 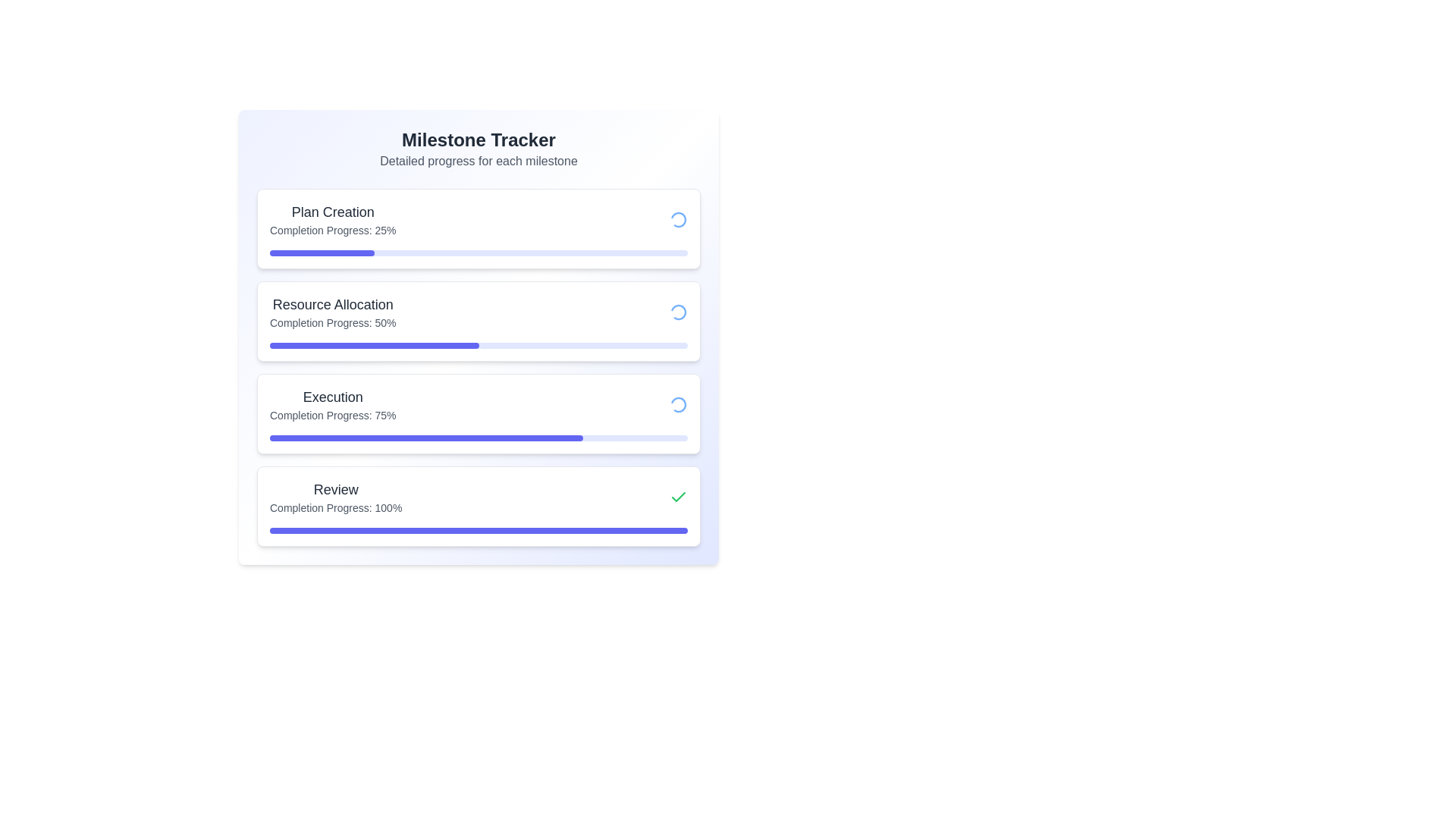 I want to click on the Loading Spinner located on the right side of the 'Execution' milestone to understand the progress indication, so click(x=677, y=403).